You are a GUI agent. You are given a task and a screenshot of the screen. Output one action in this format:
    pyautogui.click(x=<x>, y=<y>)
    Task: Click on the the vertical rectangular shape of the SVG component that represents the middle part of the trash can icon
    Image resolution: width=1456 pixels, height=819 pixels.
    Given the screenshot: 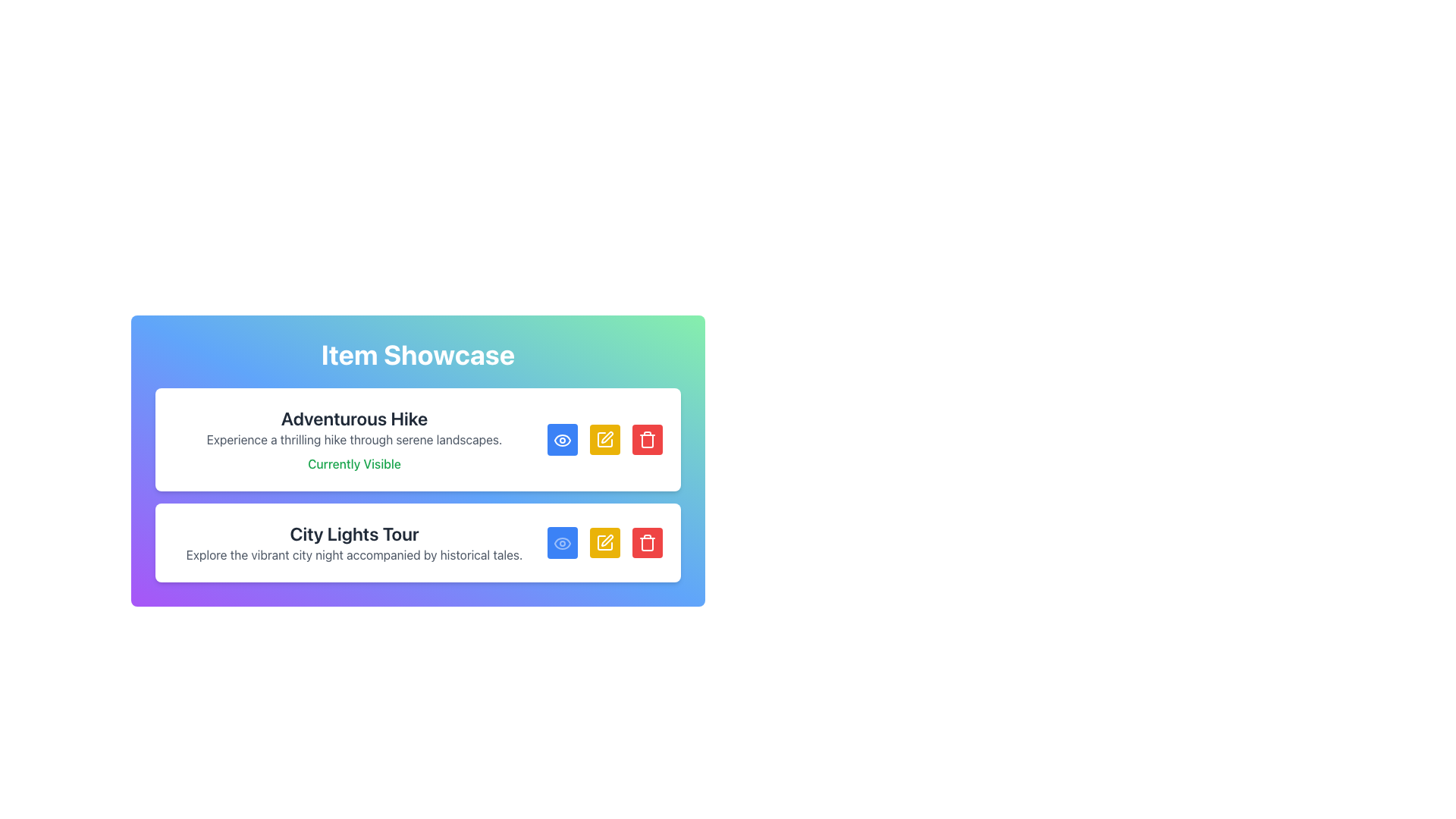 What is the action you would take?
    pyautogui.click(x=648, y=543)
    